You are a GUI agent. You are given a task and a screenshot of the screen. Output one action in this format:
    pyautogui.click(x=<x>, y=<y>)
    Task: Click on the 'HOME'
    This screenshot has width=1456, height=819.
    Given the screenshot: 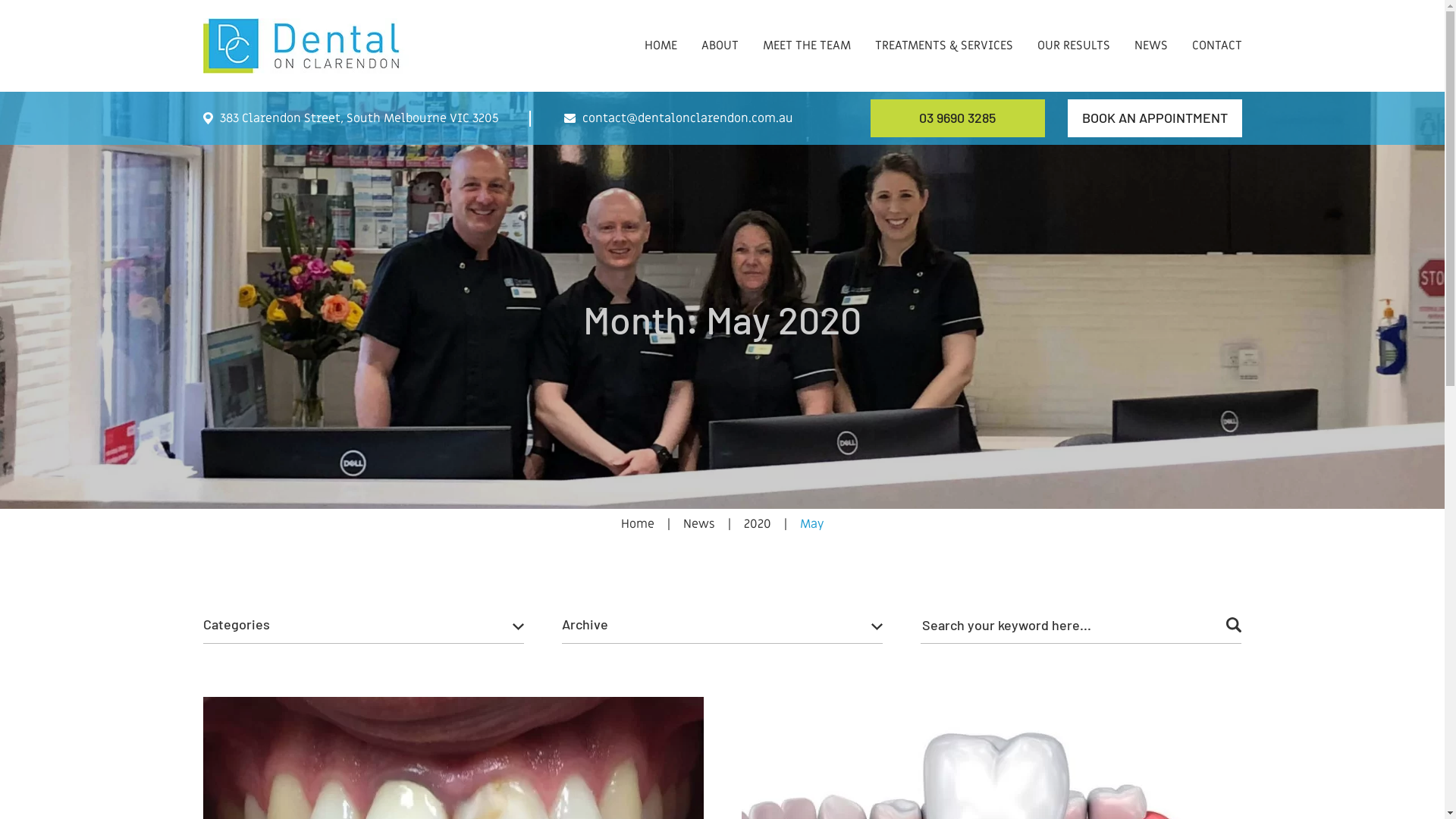 What is the action you would take?
    pyautogui.click(x=661, y=30)
    